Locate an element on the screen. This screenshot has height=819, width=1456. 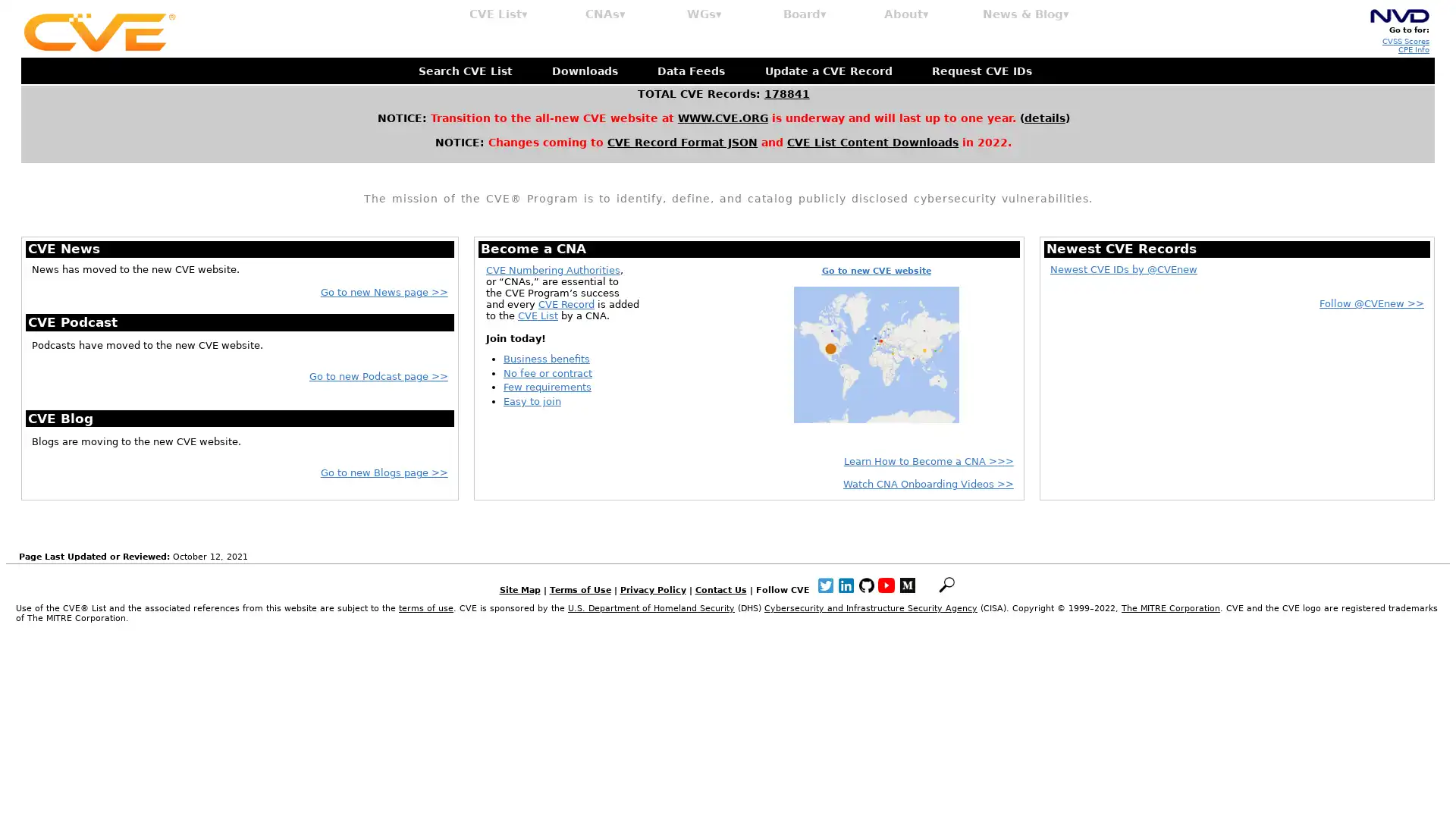
WGs is located at coordinates (704, 14).